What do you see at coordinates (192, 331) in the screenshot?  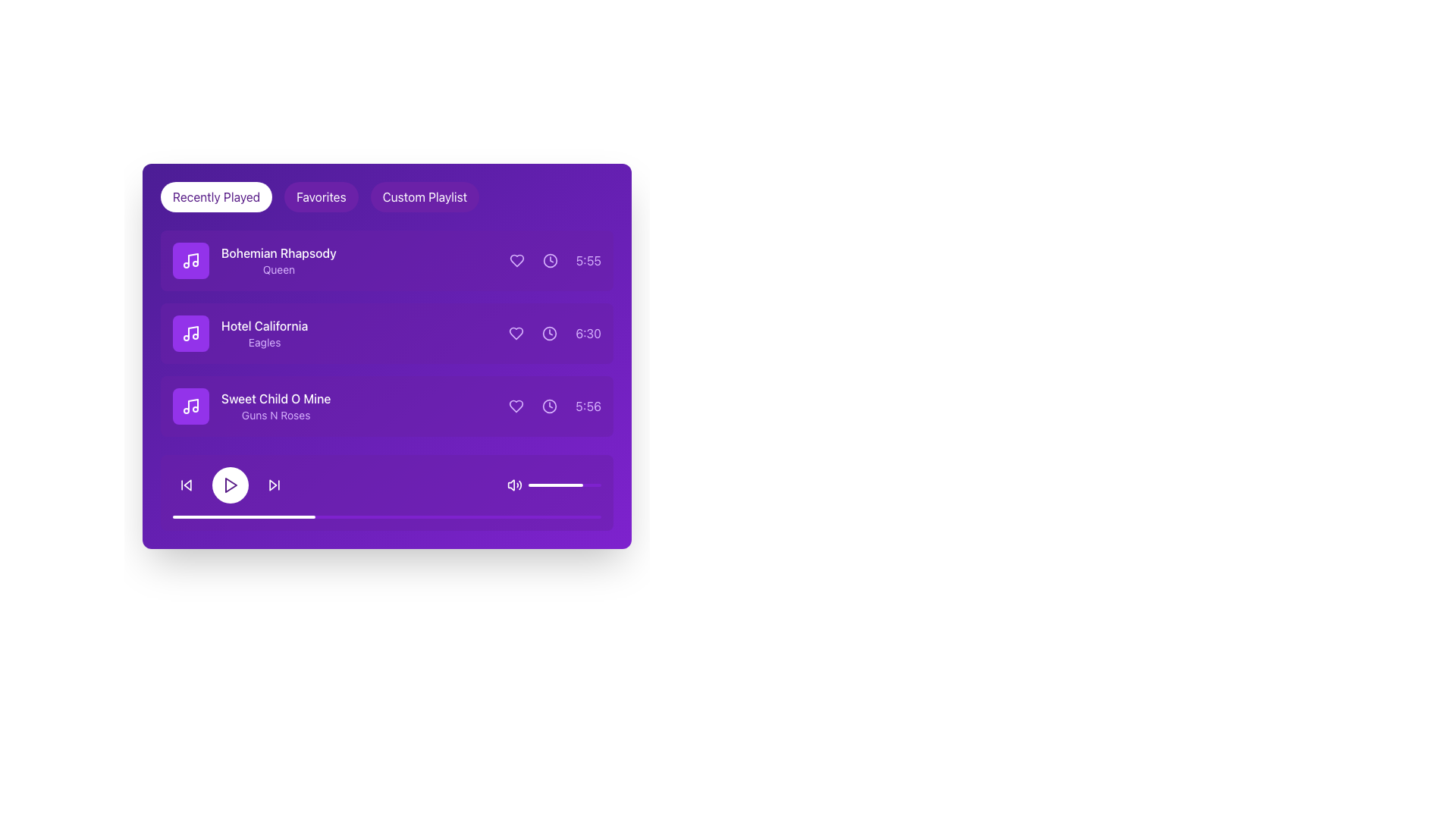 I see `the upper segment of the second music icon representing the song 'Hotel California' in the list` at bounding box center [192, 331].